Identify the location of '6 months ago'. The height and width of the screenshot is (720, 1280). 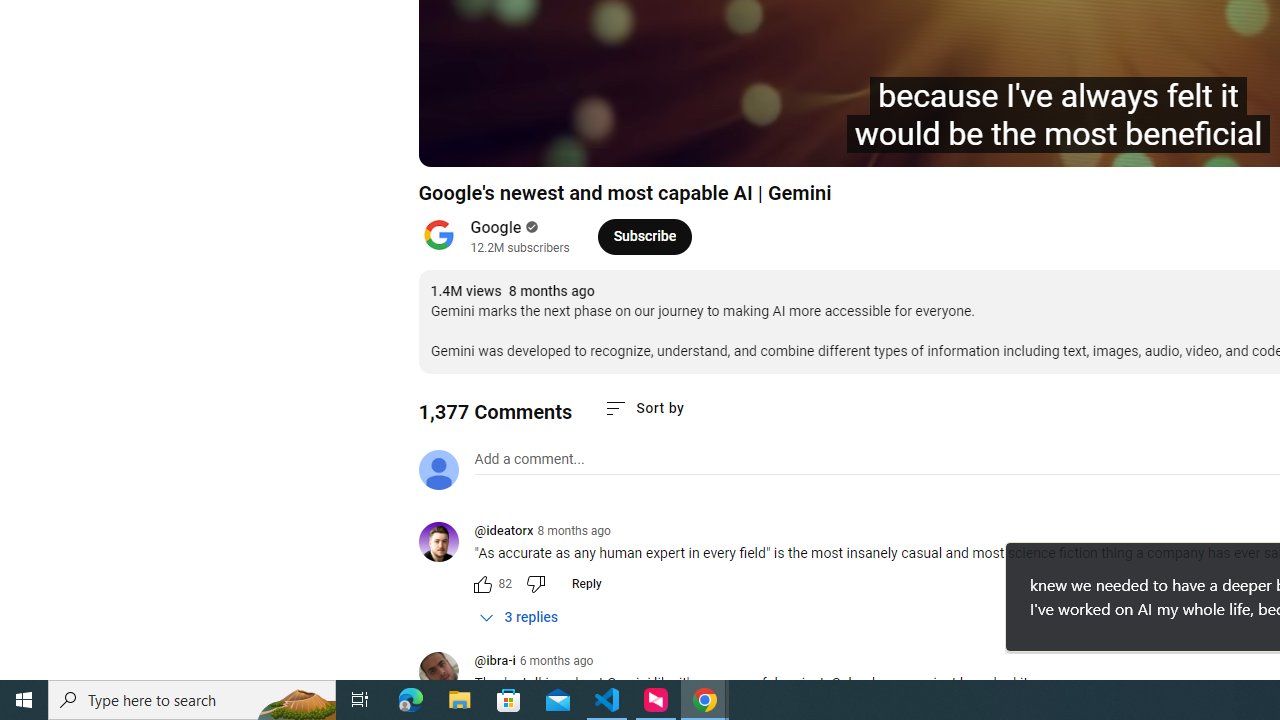
(556, 661).